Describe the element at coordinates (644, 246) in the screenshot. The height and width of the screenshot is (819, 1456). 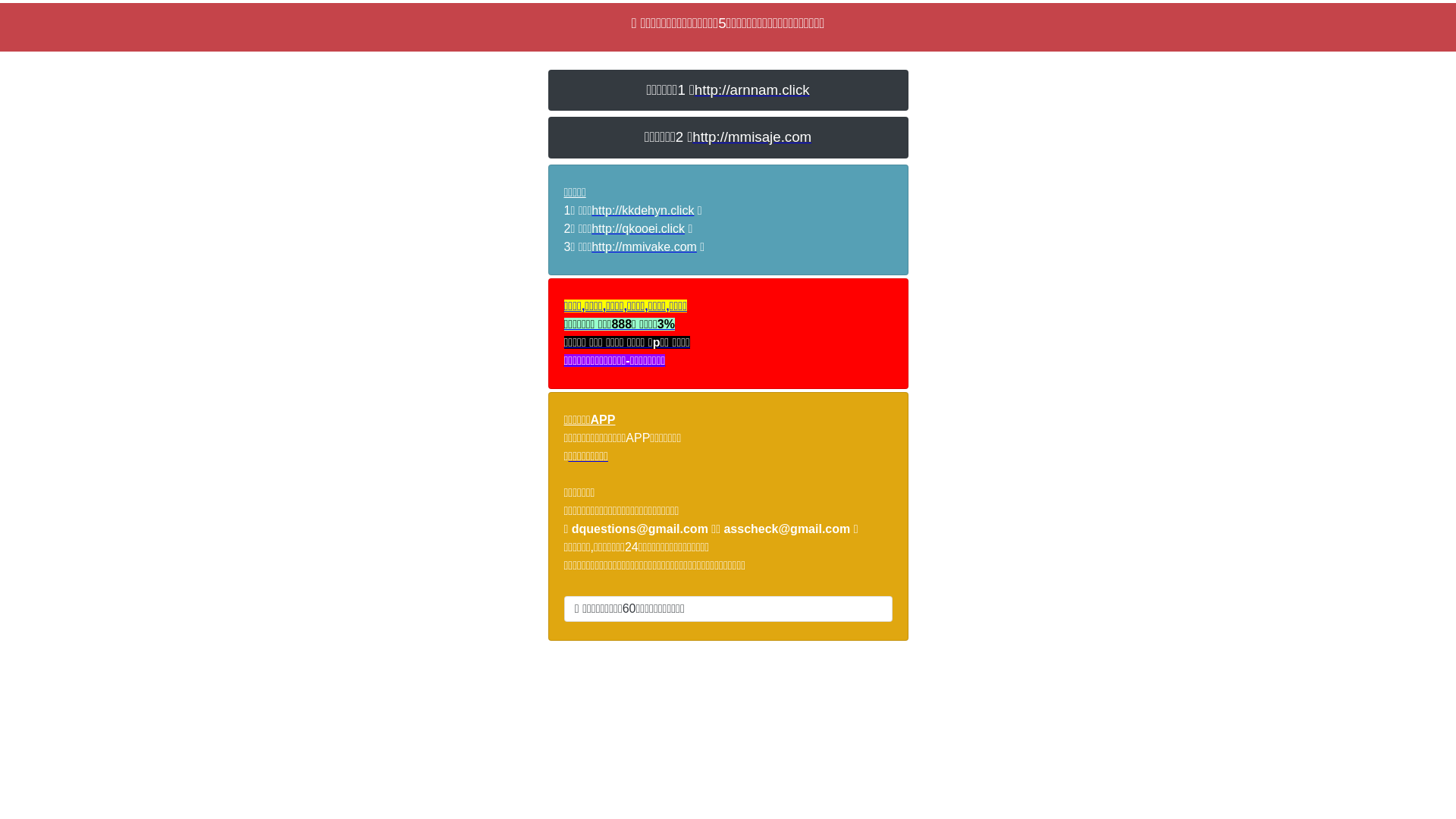
I see `'http://mmivake.com'` at that location.